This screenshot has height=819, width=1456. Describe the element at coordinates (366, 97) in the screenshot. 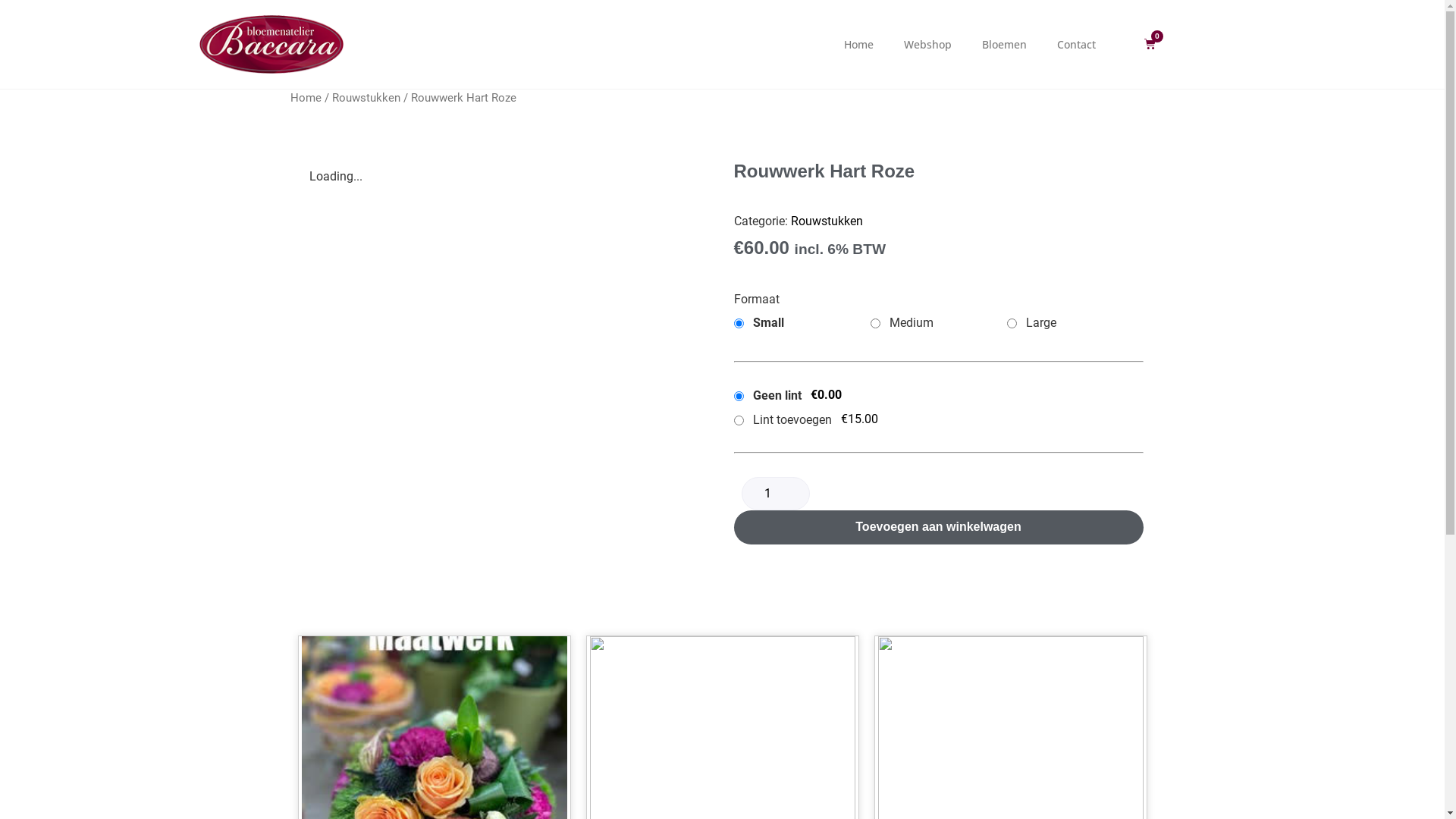

I see `'Rouwstukken'` at that location.